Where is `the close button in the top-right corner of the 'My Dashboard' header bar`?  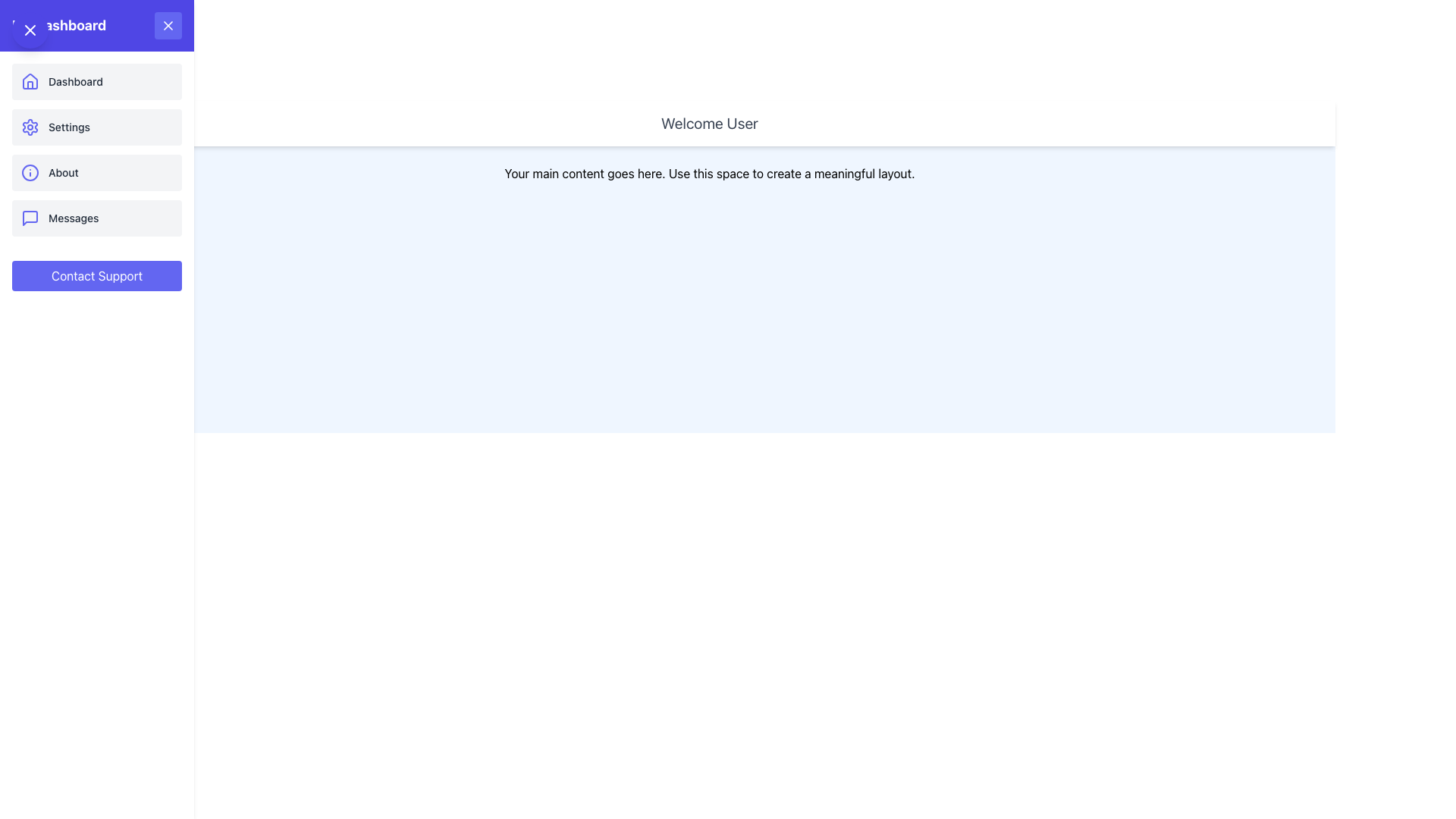
the close button in the top-right corner of the 'My Dashboard' header bar is located at coordinates (168, 26).